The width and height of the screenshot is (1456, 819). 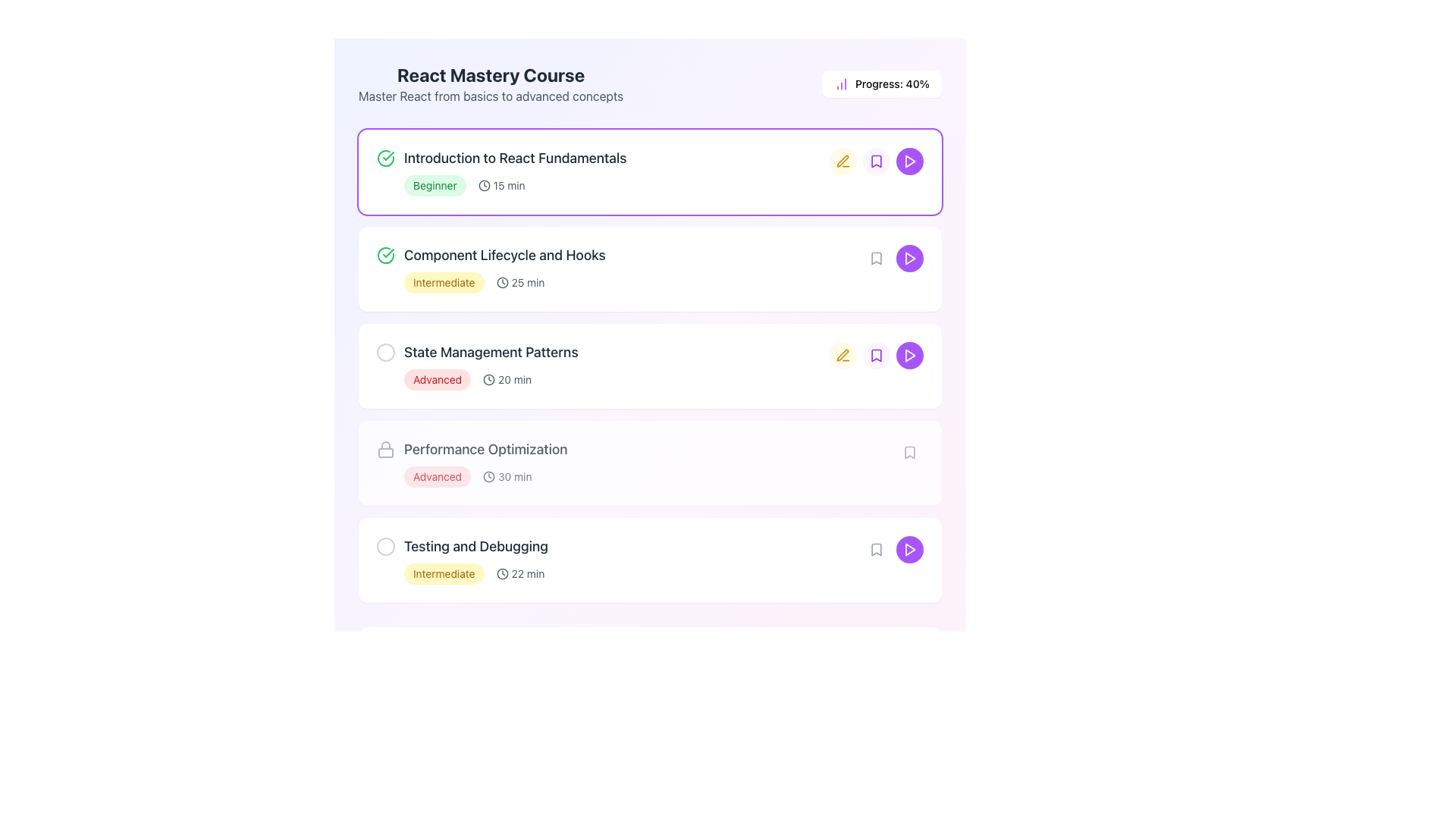 I want to click on the small outlined grey lock icon located to the left of the 'Performance Optimization' text, so click(x=385, y=449).